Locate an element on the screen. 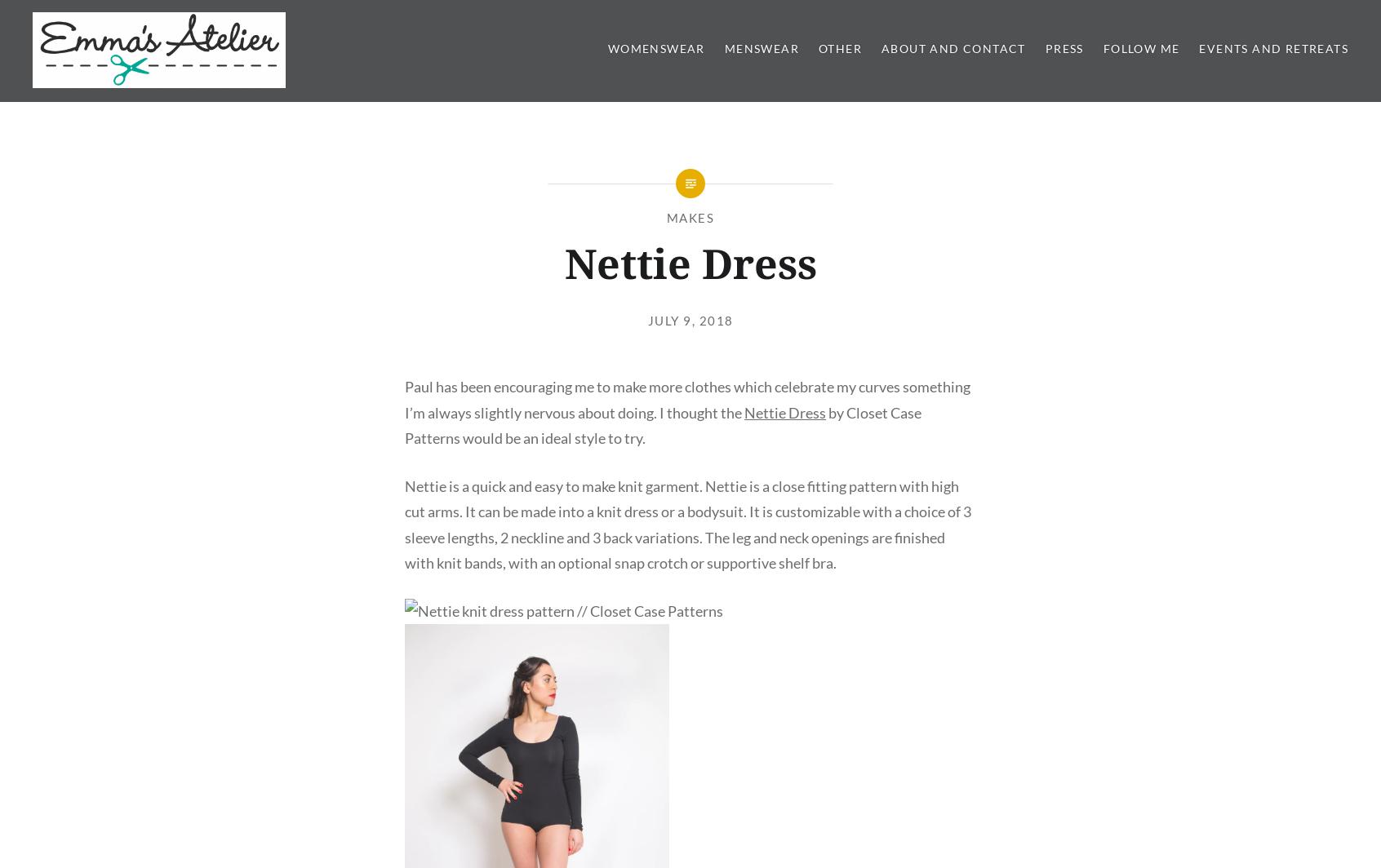 The image size is (1381, 868). 'by Closet Case Patterns would be an ideal style to try.' is located at coordinates (404, 425).